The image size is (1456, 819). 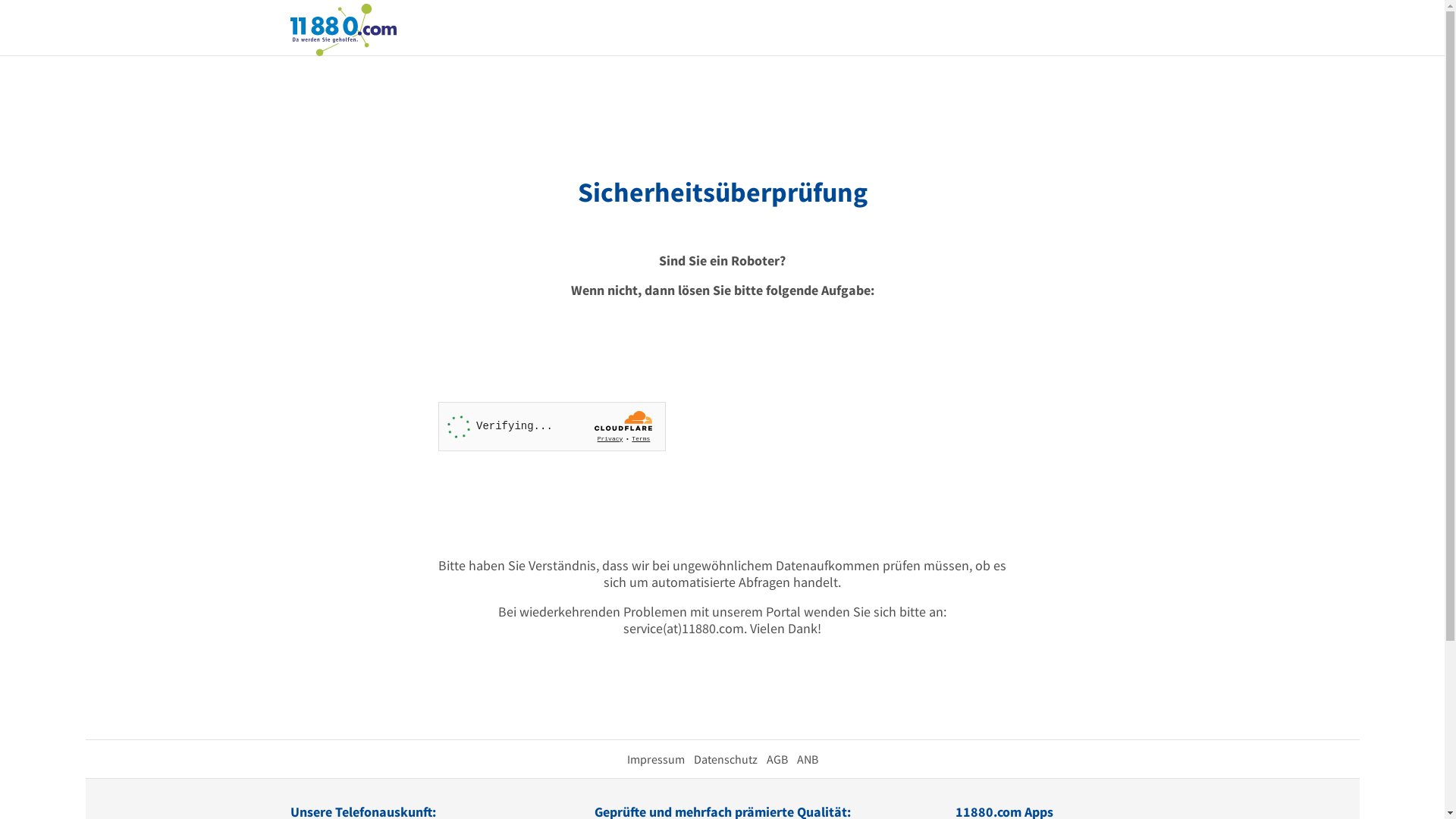 I want to click on '11880.com', so click(x=341, y=28).